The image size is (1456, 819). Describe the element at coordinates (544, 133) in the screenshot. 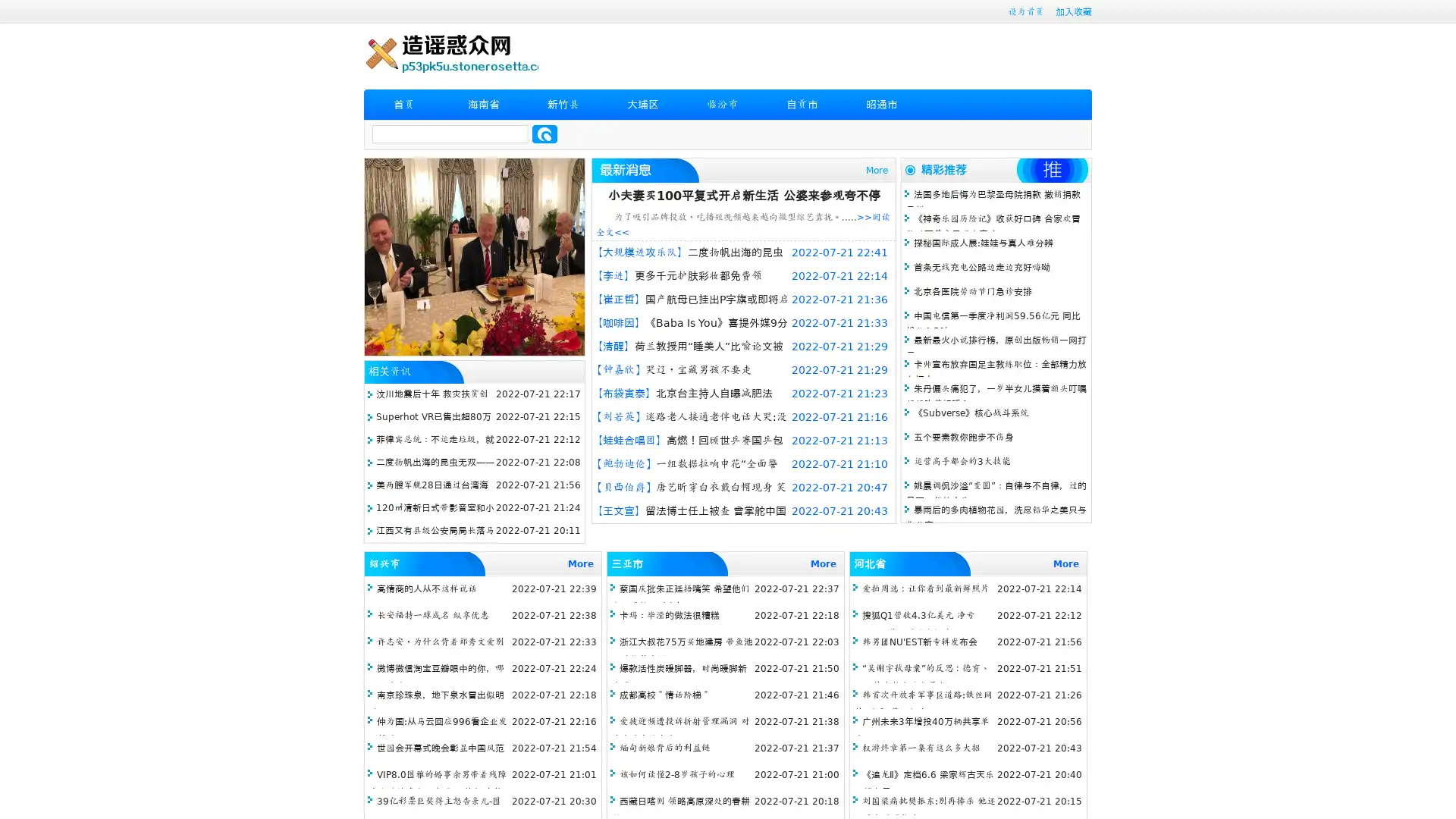

I see `Search` at that location.